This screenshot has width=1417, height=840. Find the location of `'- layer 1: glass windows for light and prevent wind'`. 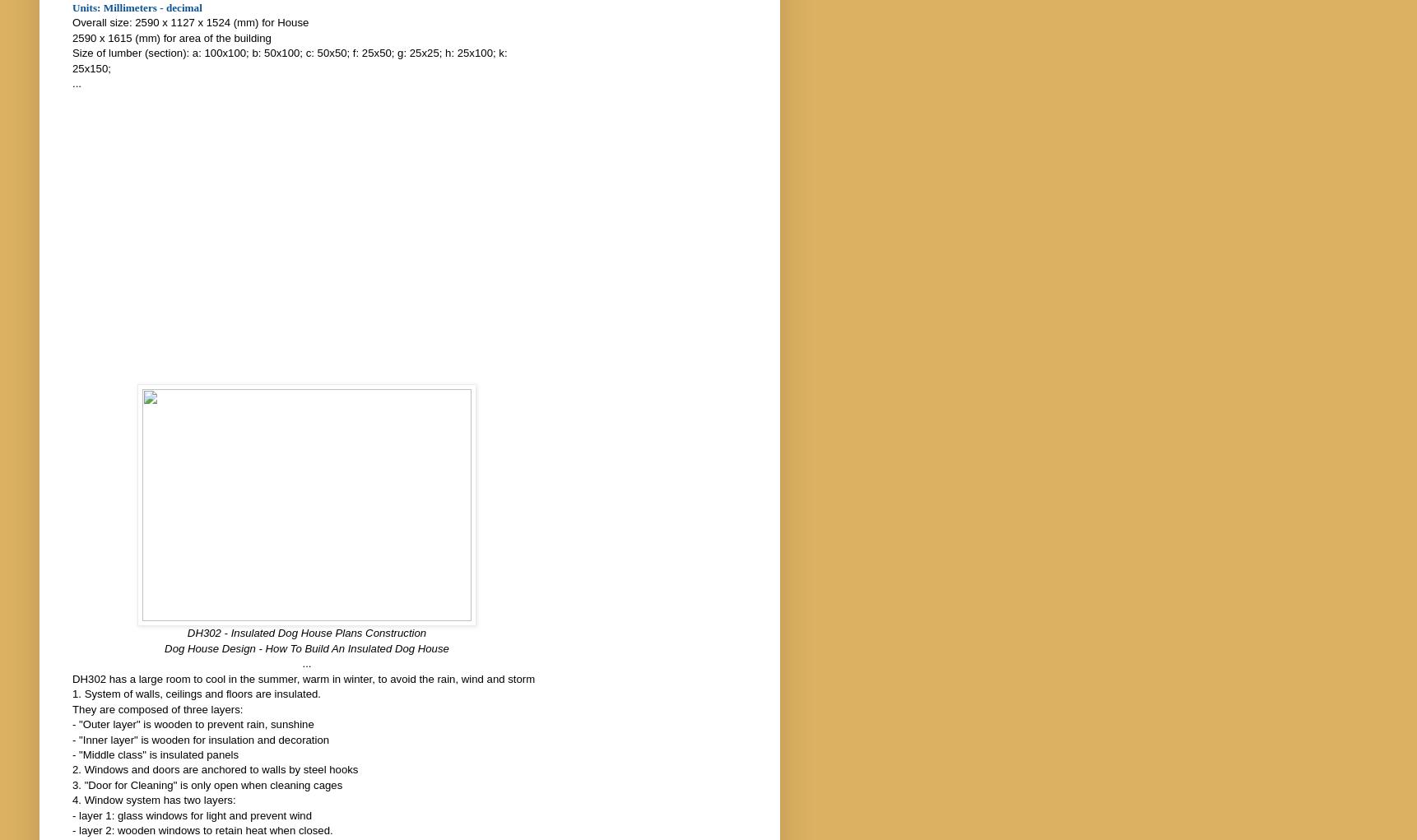

'- layer 1: glass windows for light and prevent wind' is located at coordinates (71, 814).